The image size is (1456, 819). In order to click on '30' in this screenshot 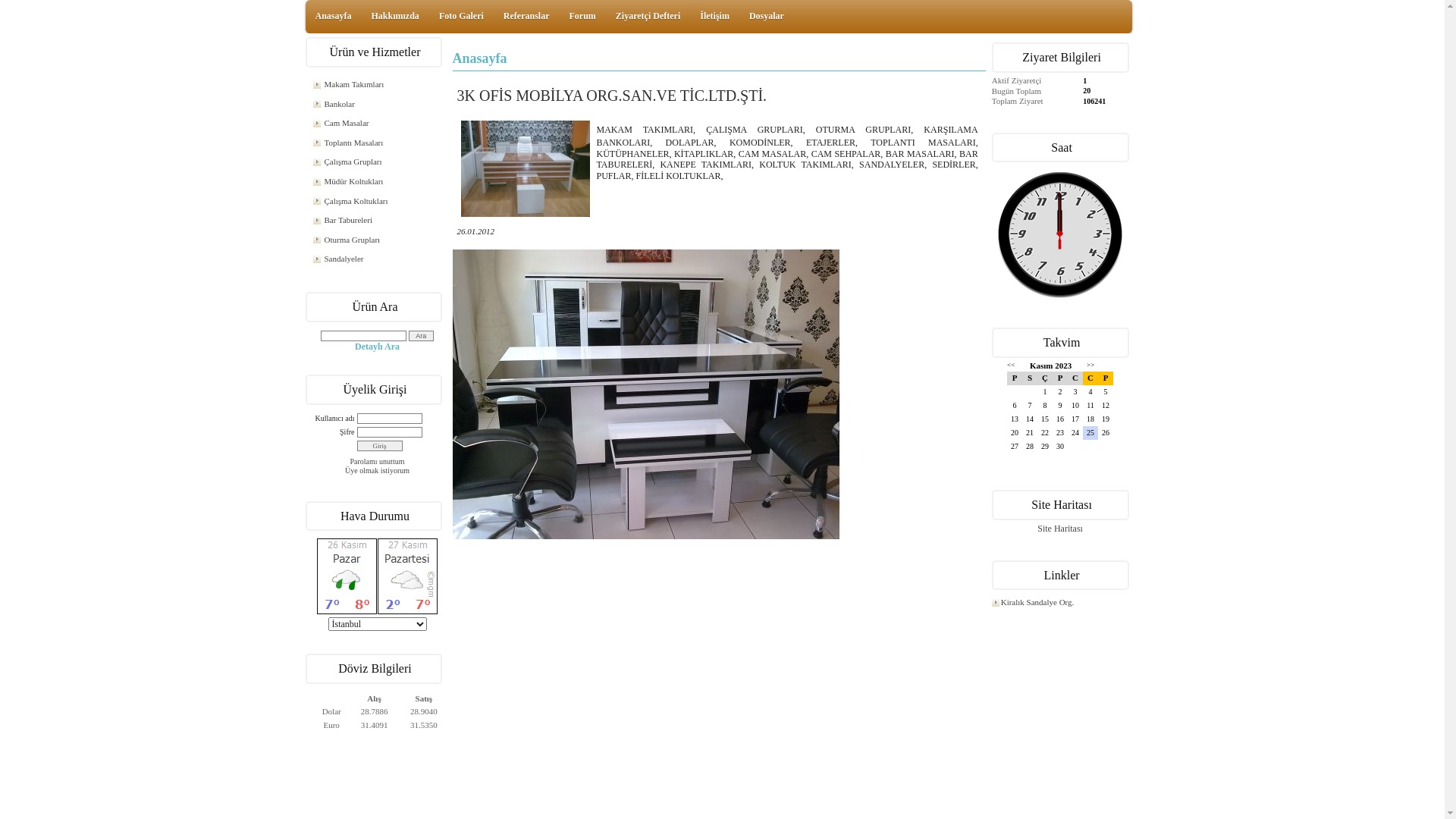, I will do `click(1059, 446)`.